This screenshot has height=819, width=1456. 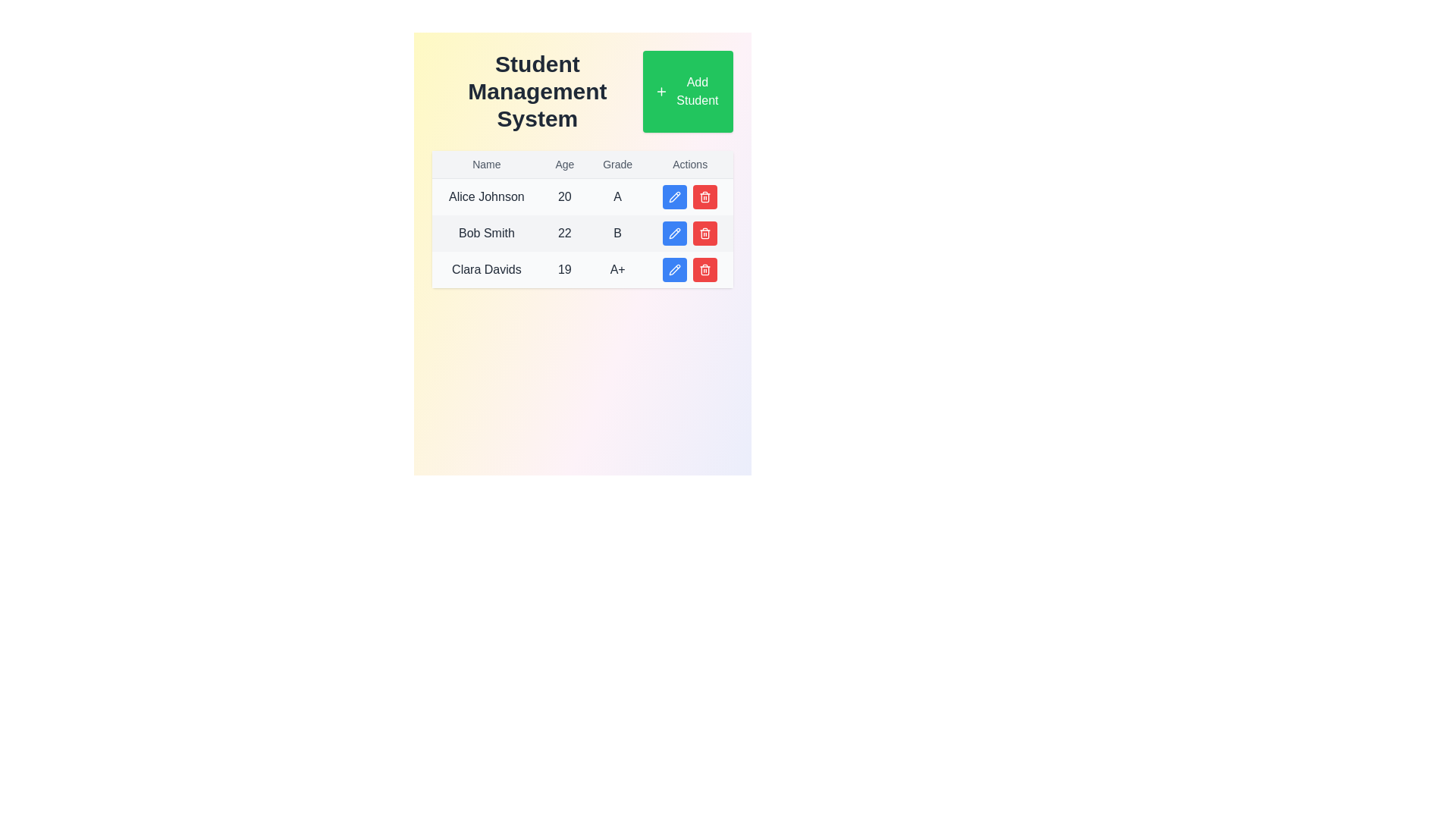 I want to click on the 'Grade' column header in the table, which is located between the 'Age' header on the left and the 'Actions' header on the right, so click(x=617, y=165).